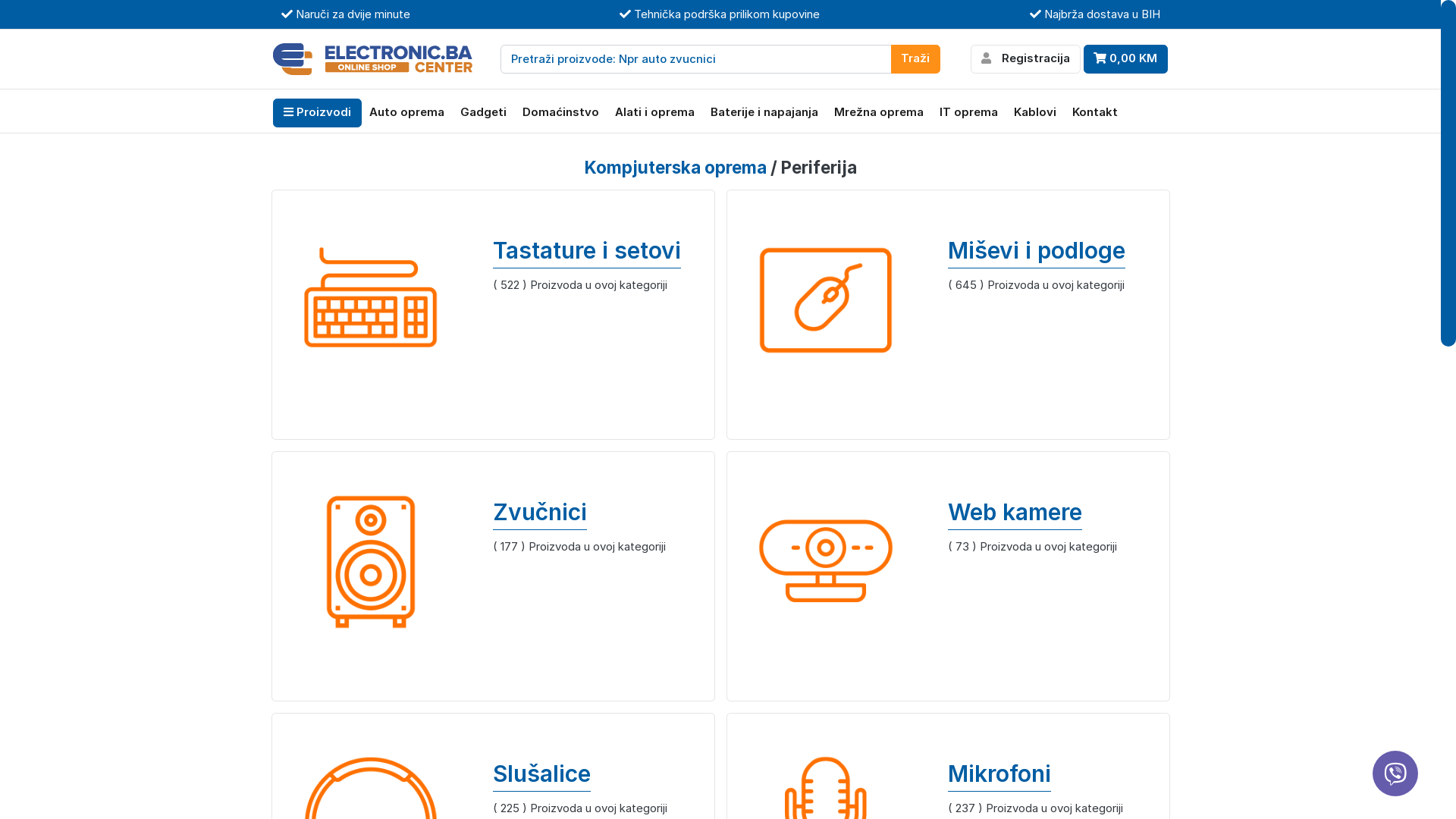 The width and height of the screenshot is (1456, 819). Describe the element at coordinates (1052, 514) in the screenshot. I see `'Web kamere'` at that location.